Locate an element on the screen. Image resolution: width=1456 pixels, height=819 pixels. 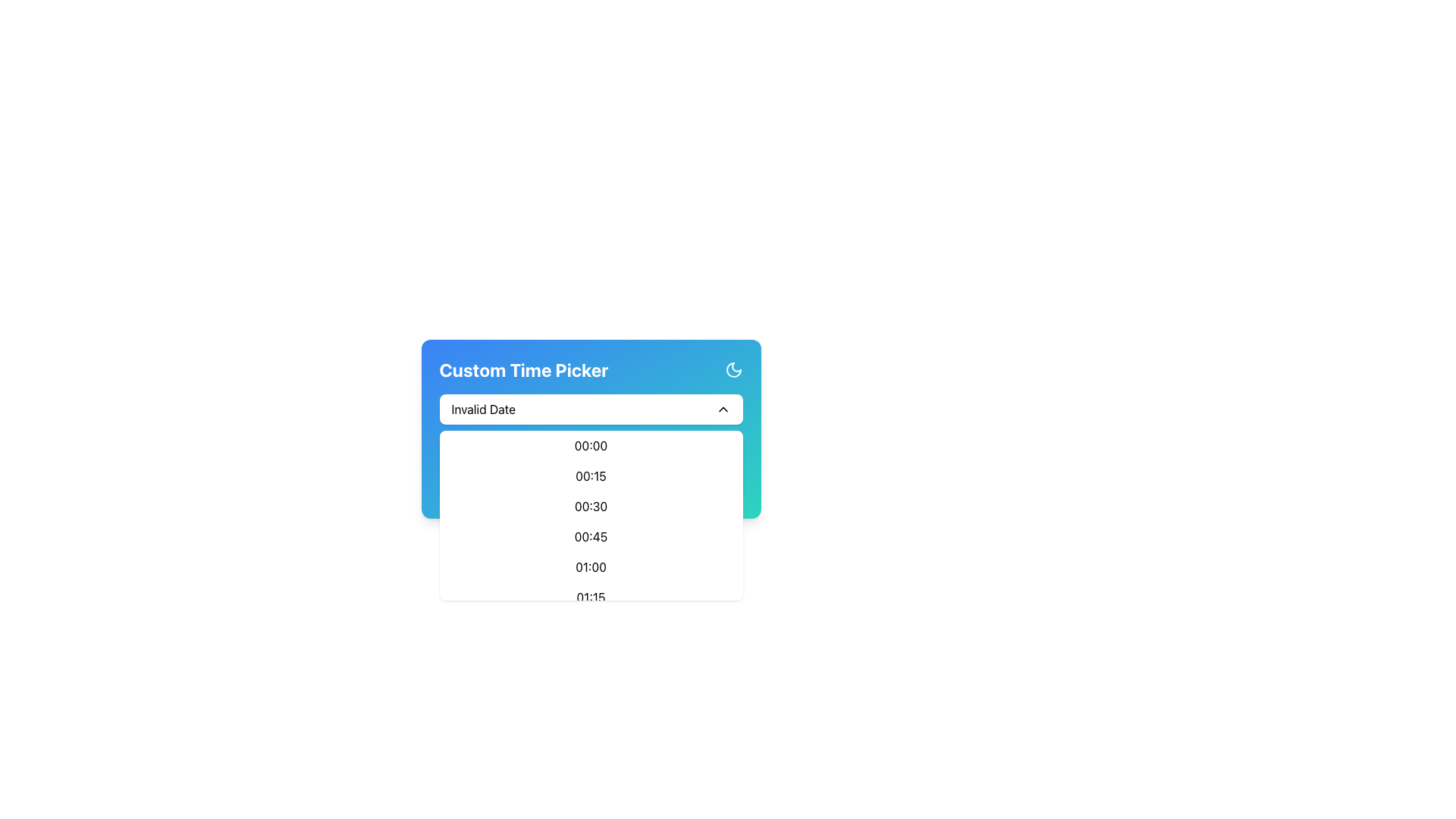
the moon icon located in the top-right corner of the blue gradient rectangular area containing the text 'Custom Time Picker' is located at coordinates (733, 370).